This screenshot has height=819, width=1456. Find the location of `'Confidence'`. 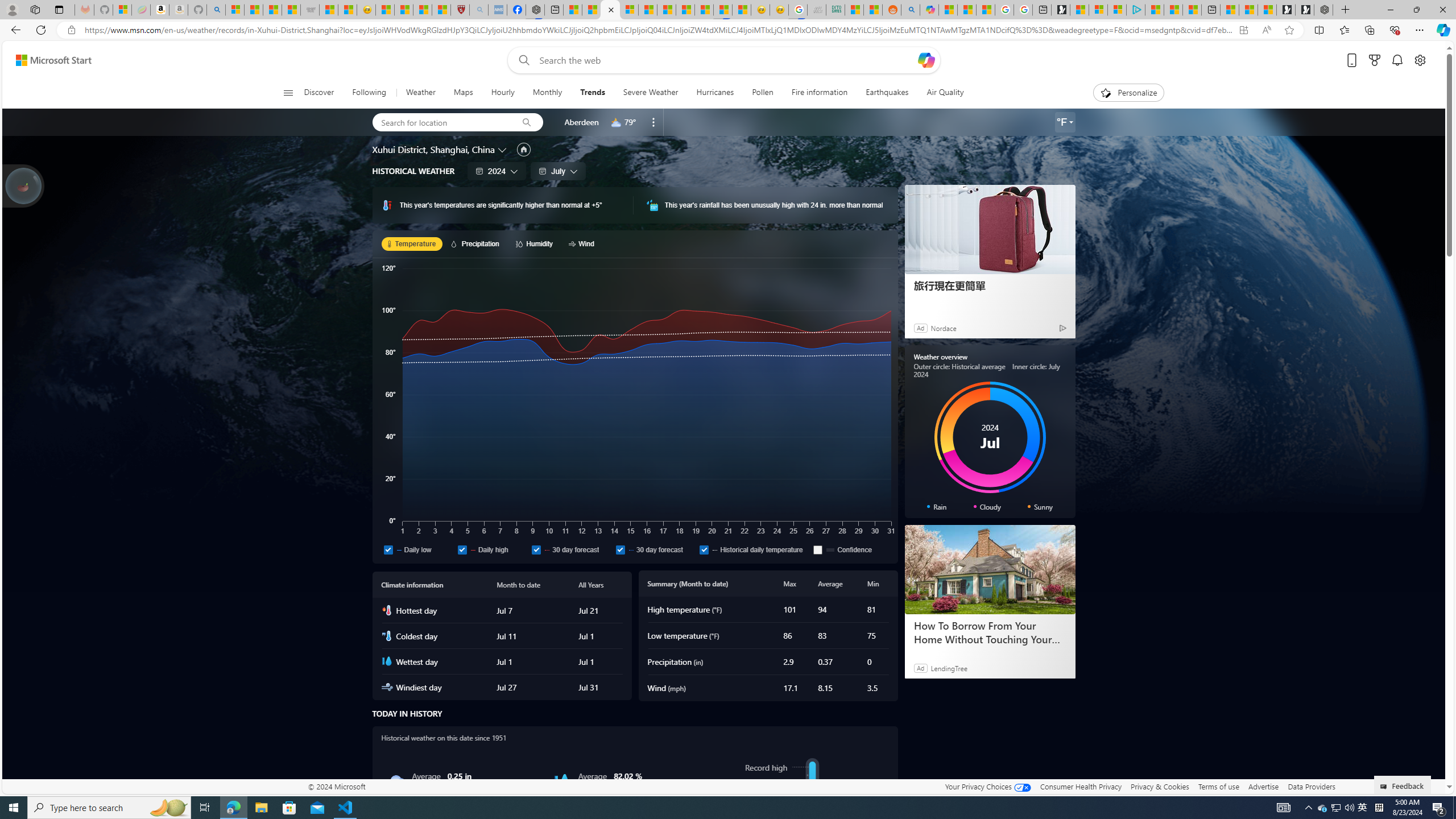

'Confidence' is located at coordinates (850, 549).